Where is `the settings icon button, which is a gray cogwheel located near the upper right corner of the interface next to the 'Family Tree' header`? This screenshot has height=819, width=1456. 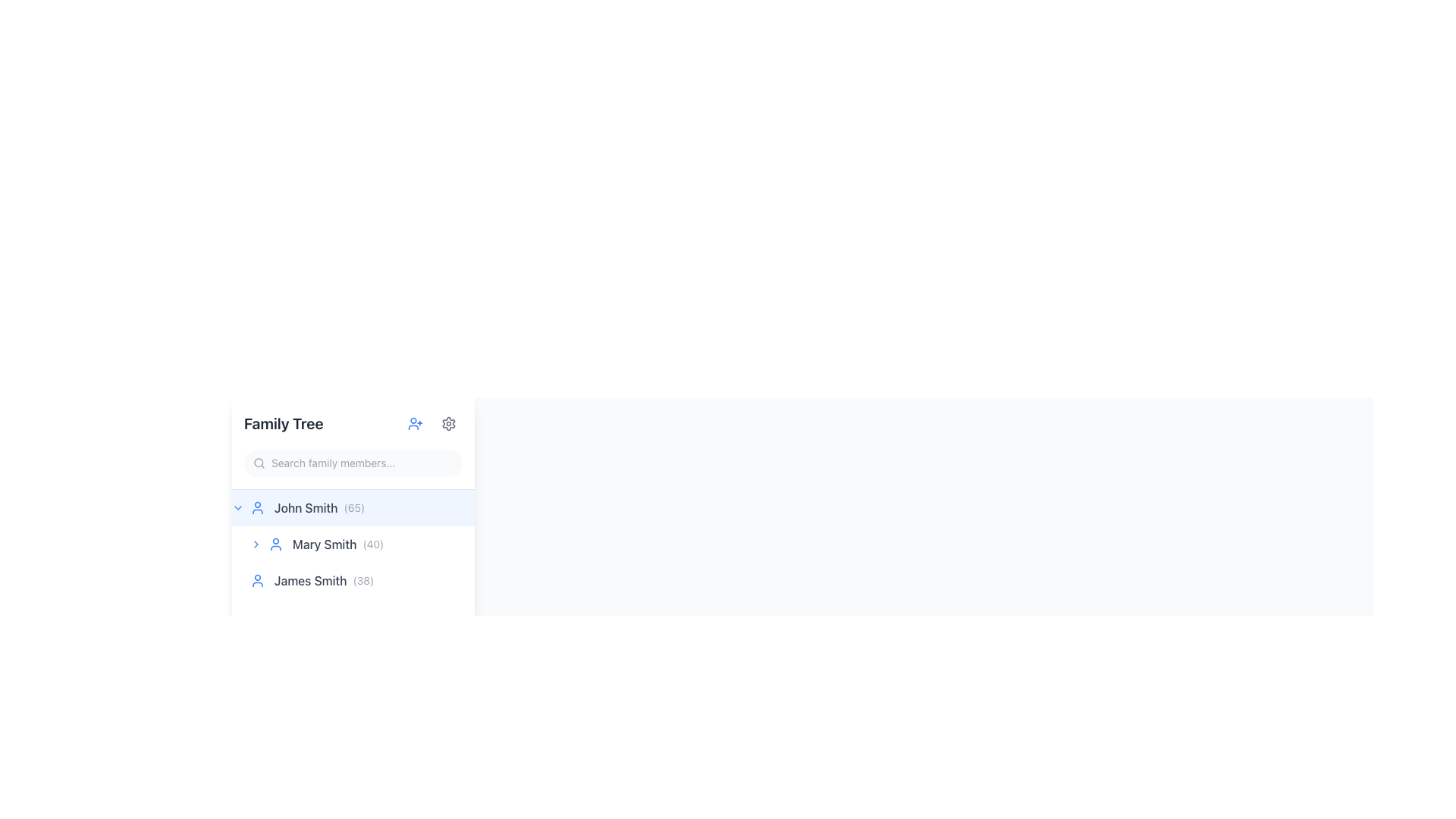
the settings icon button, which is a gray cogwheel located near the upper right corner of the interface next to the 'Family Tree' header is located at coordinates (447, 424).